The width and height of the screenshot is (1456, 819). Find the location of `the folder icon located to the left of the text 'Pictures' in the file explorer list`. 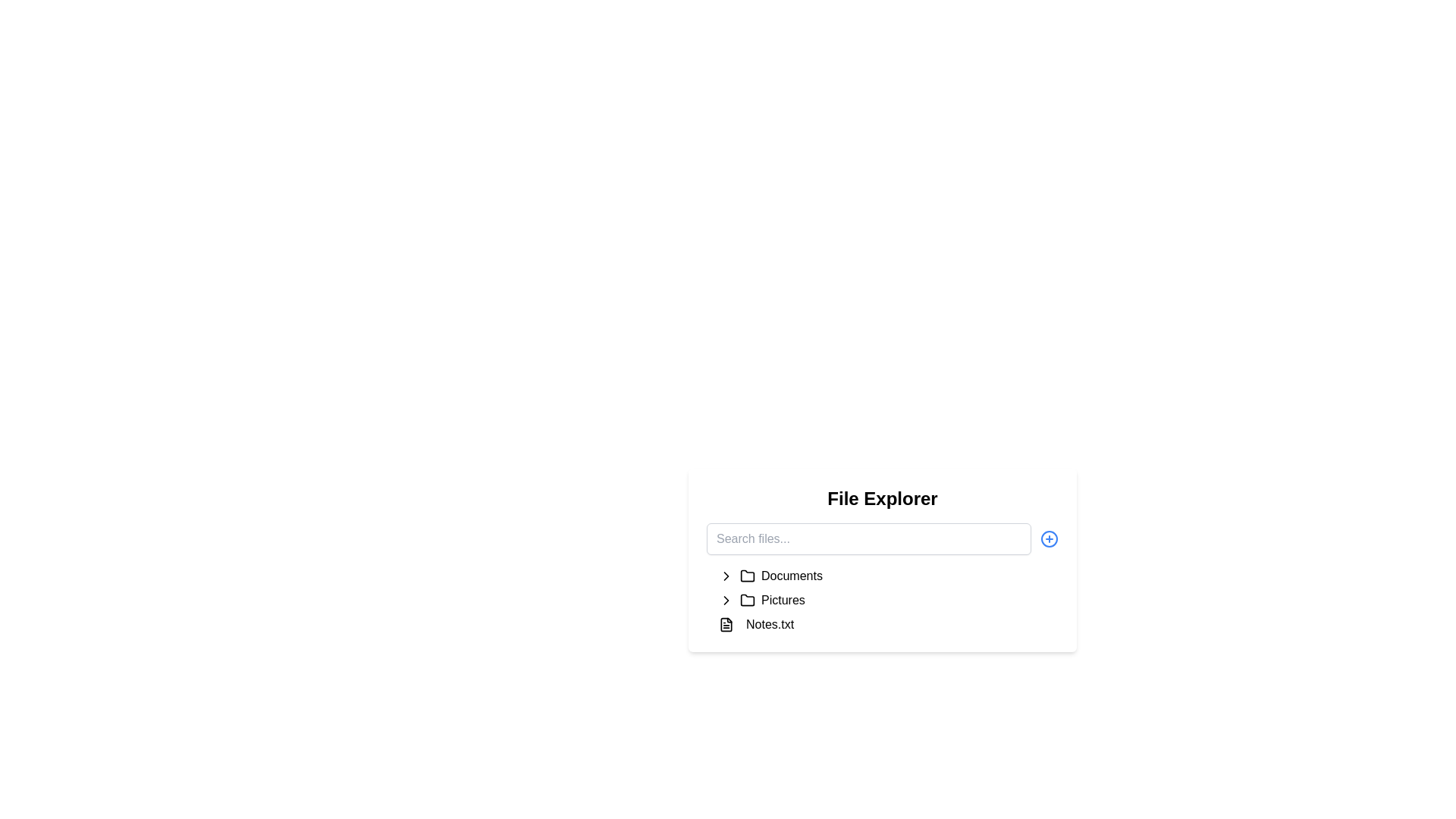

the folder icon located to the left of the text 'Pictures' in the file explorer list is located at coordinates (747, 598).